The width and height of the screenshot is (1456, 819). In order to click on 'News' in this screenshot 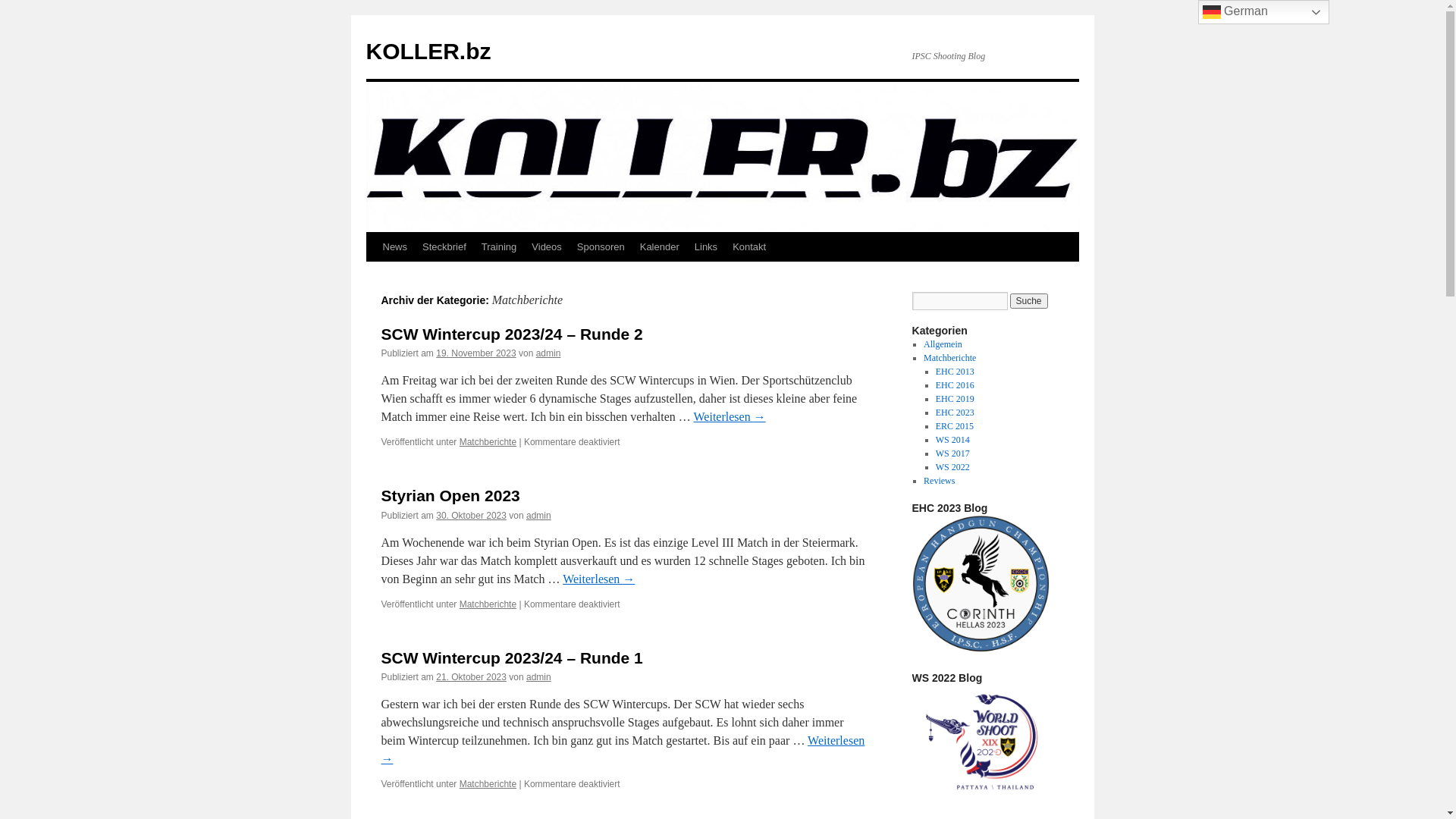, I will do `click(394, 246)`.